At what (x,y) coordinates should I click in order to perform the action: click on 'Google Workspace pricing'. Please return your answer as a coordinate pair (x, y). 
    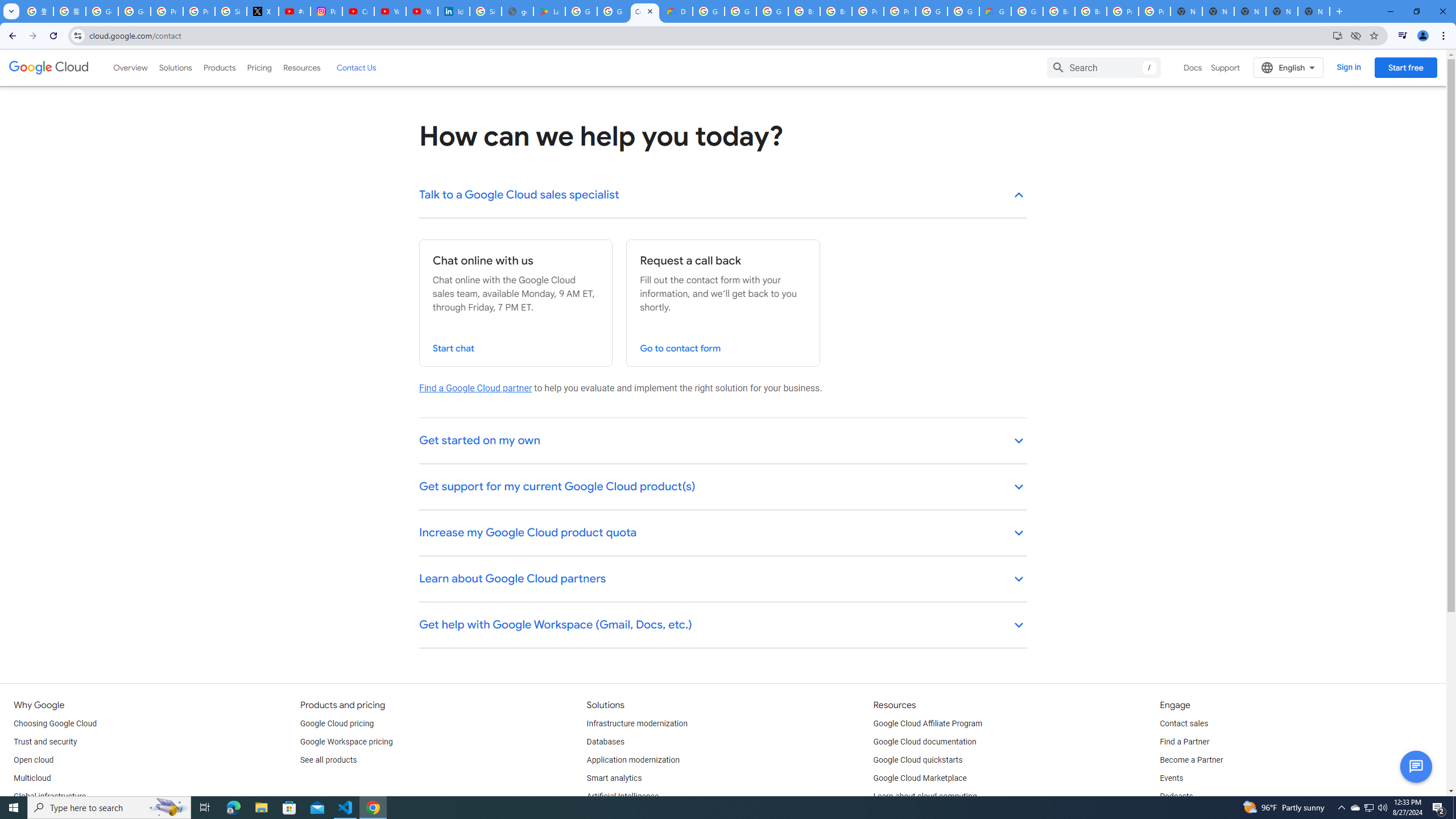
    Looking at the image, I should click on (346, 741).